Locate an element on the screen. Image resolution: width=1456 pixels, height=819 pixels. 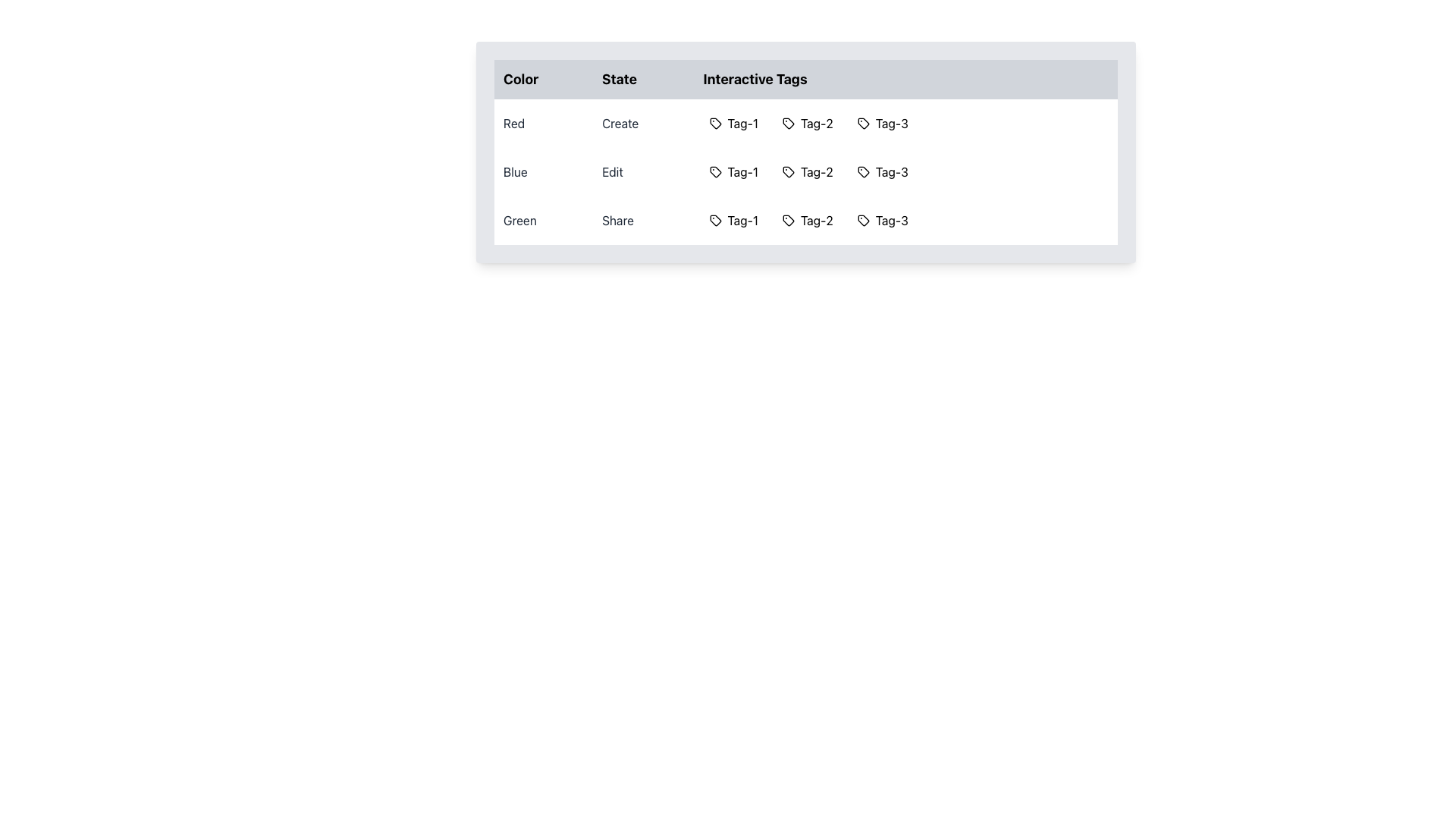
the small red tag icon located inside the 'Tag-1' label in the 'Interactive Tags' column of the first row of the table is located at coordinates (714, 122).